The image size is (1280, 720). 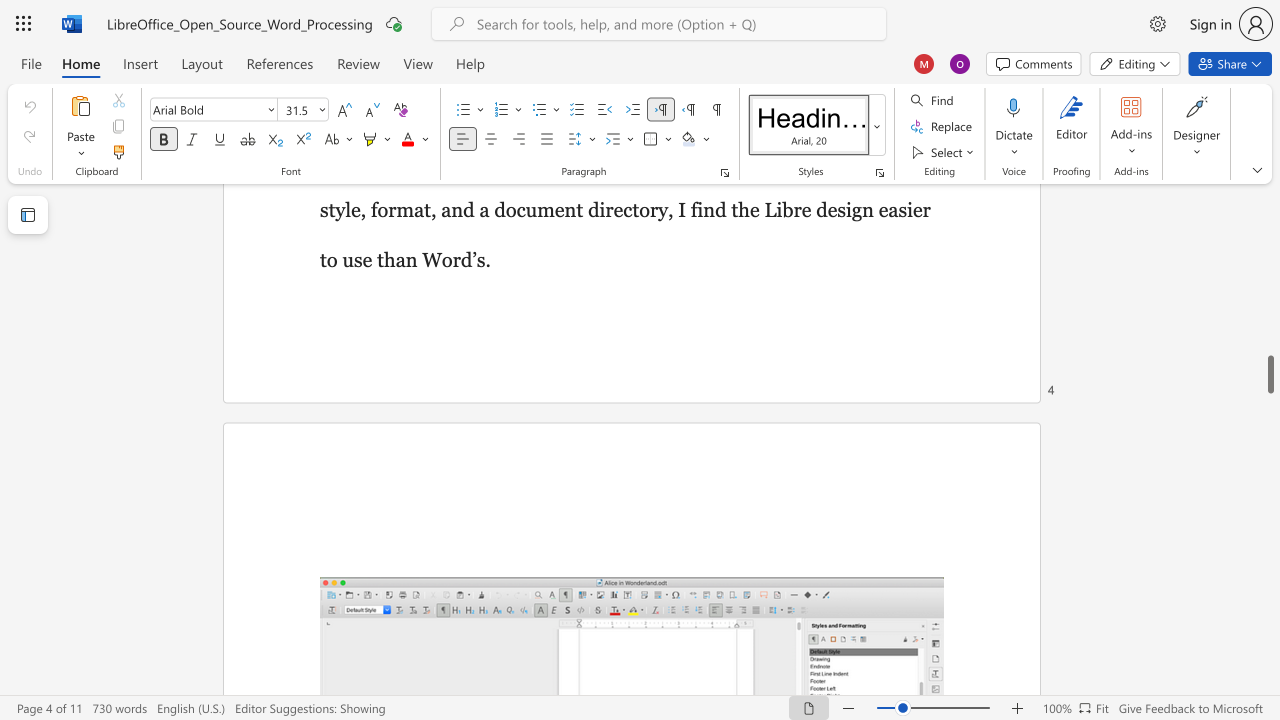 What do you see at coordinates (1269, 310) in the screenshot?
I see `the vertical scrollbar to raise the page content` at bounding box center [1269, 310].